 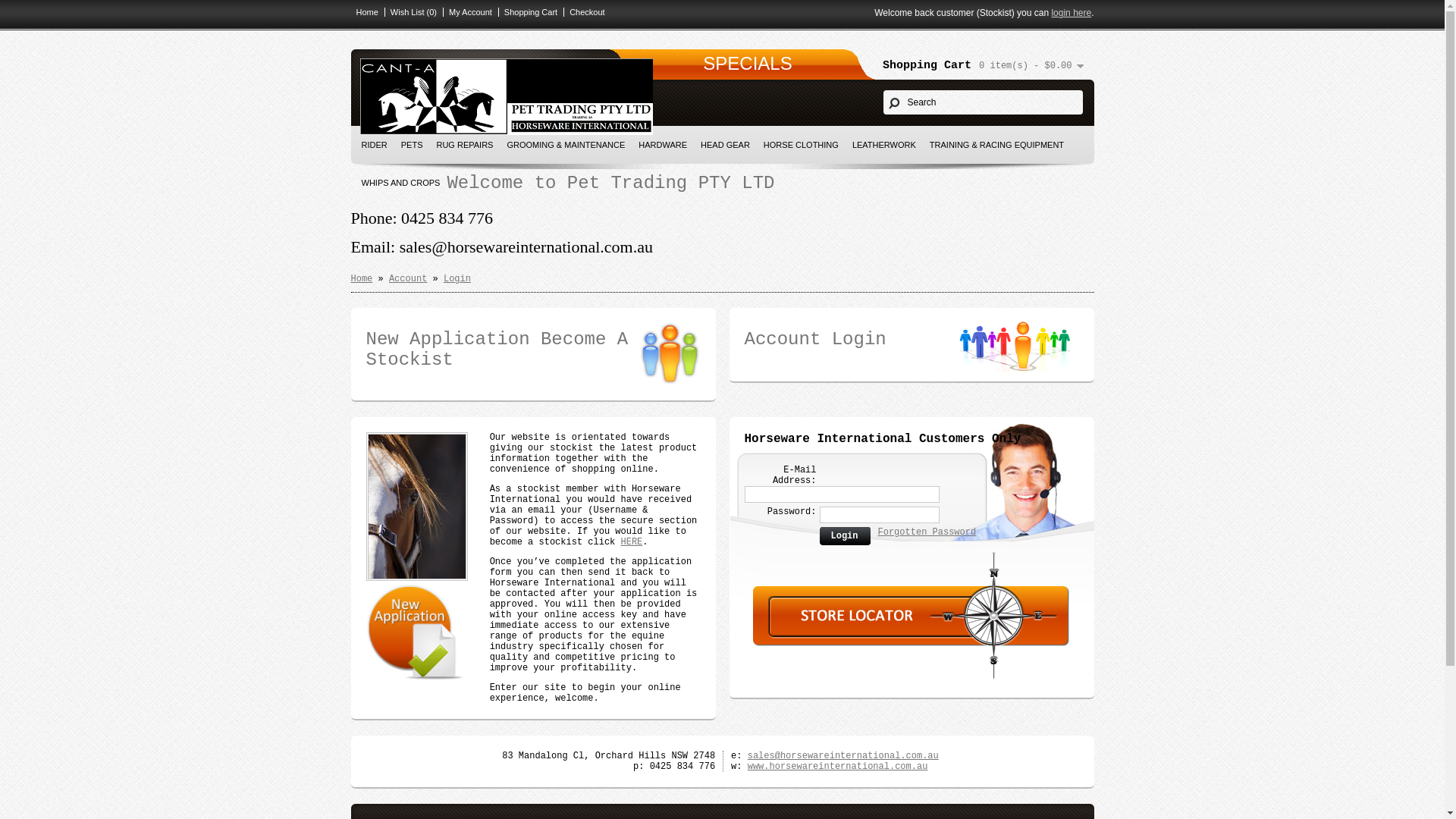 What do you see at coordinates (412, 145) in the screenshot?
I see `'PETS'` at bounding box center [412, 145].